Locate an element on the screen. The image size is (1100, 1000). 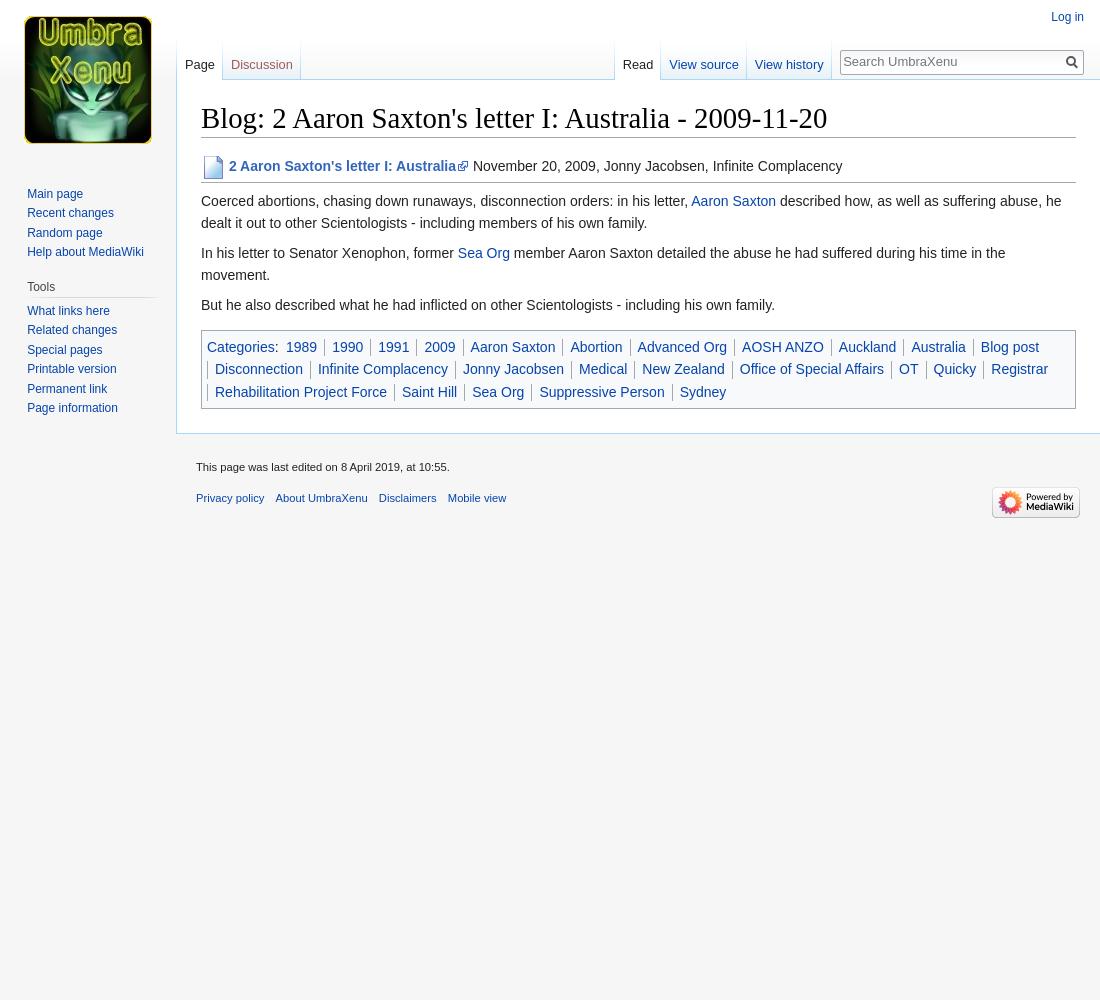
'1989' is located at coordinates (299, 345).